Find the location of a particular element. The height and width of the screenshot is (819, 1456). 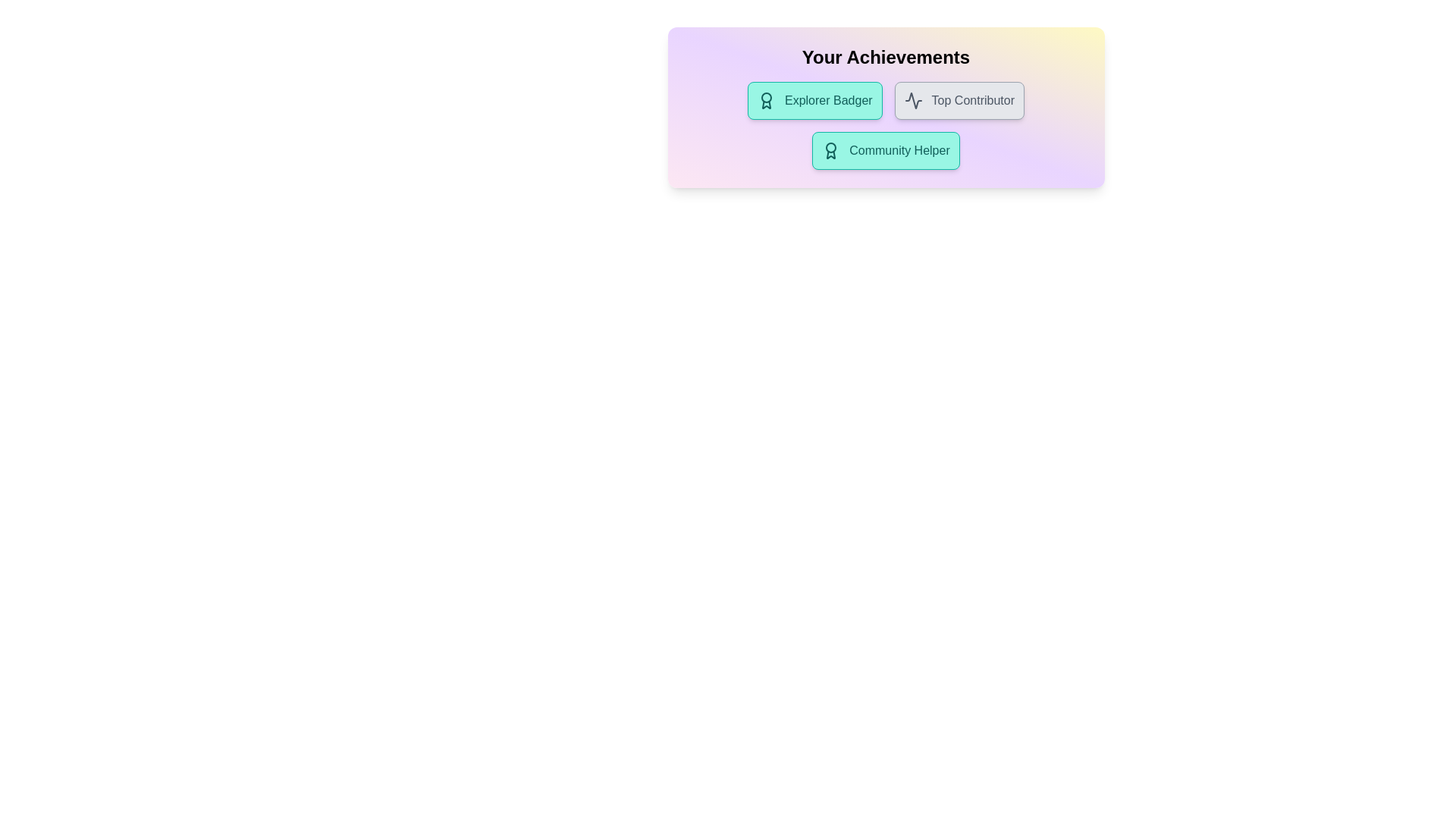

the achievement chip labeled 'Top Contributor' to see its hover effect is located at coordinates (959, 100).